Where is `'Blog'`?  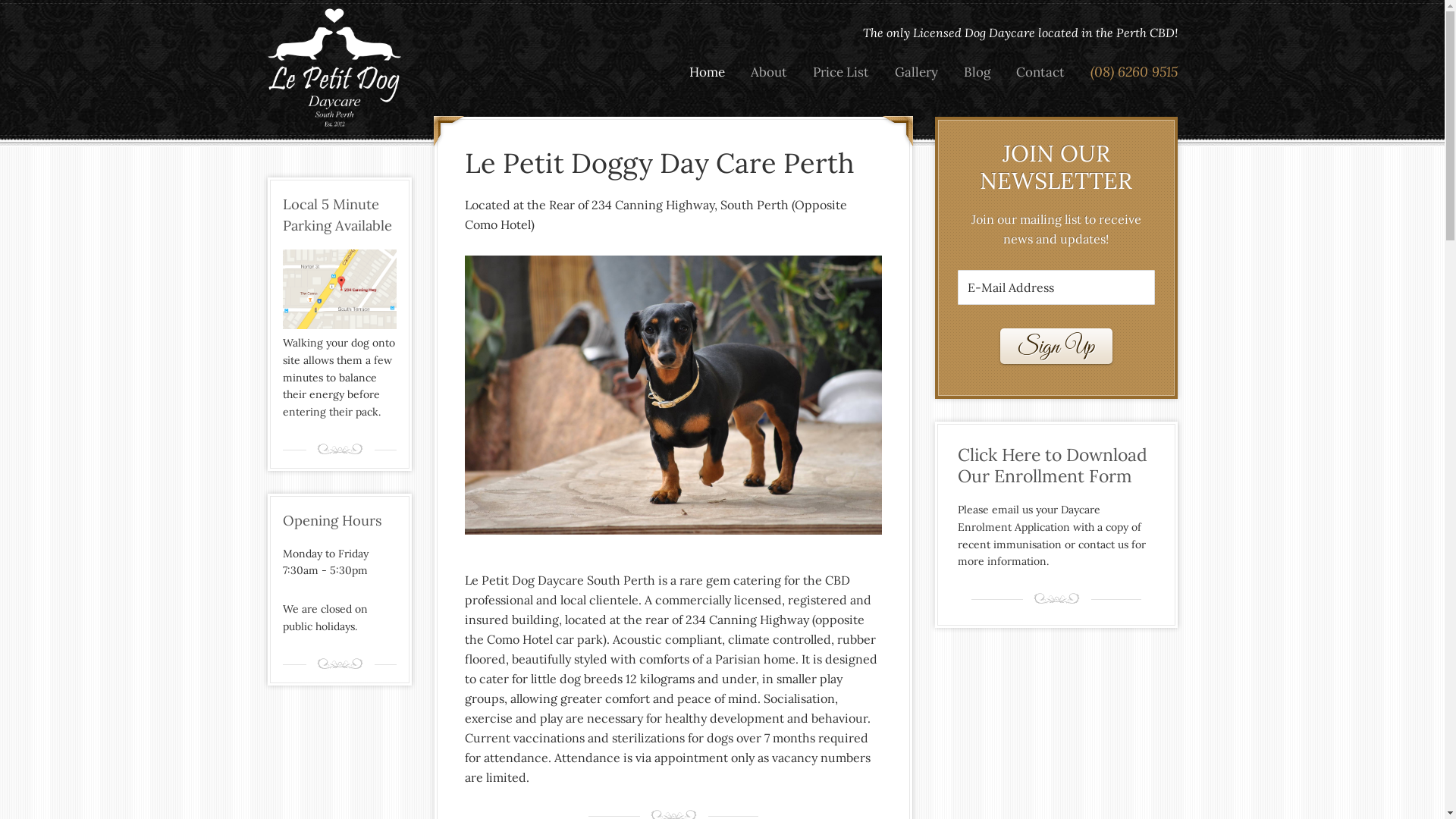 'Blog' is located at coordinates (977, 72).